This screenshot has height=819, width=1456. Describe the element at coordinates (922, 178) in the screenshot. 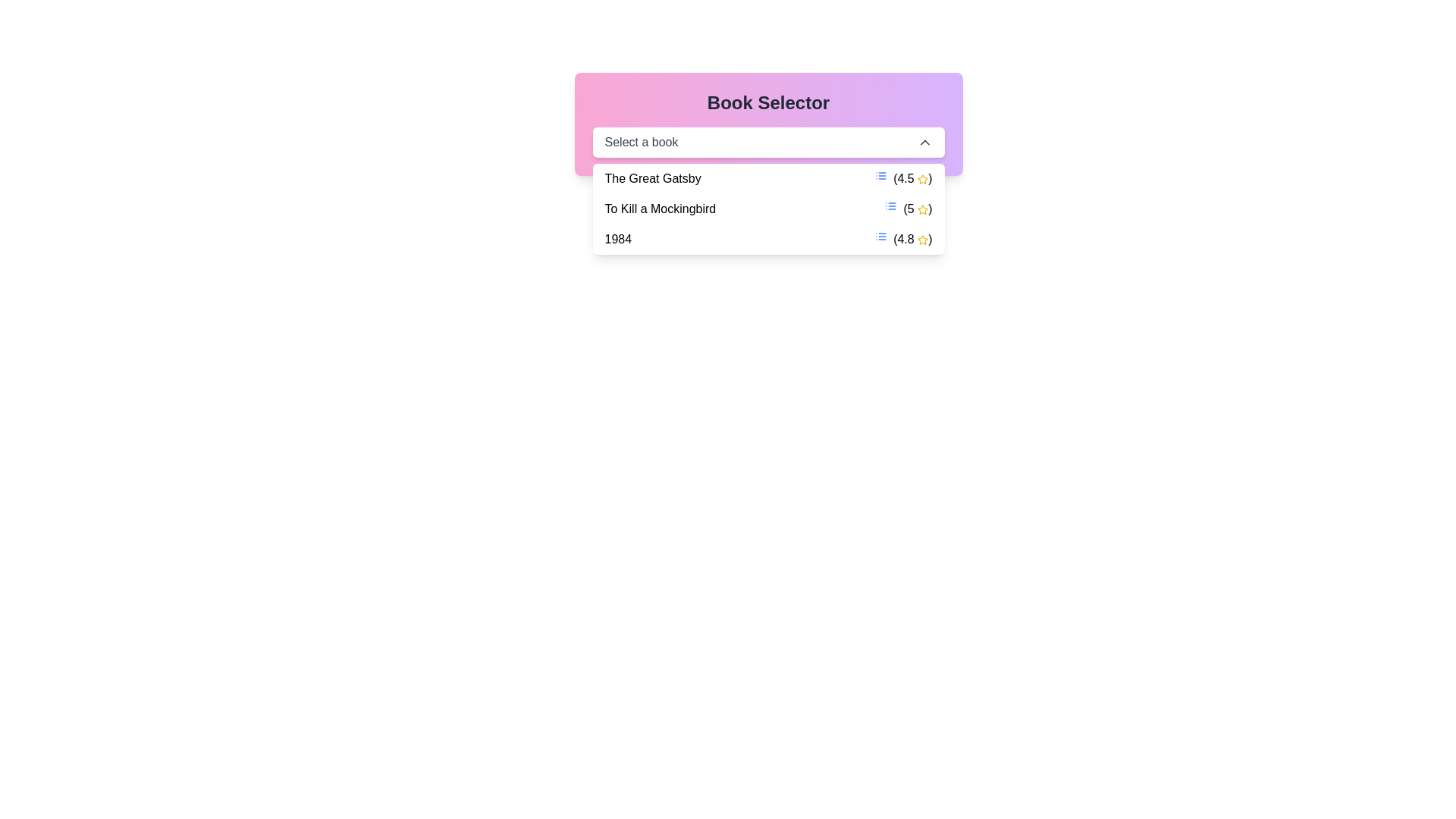

I see `the yellow star icon representing the rating for 'The Great Gatsby' with a numeric rating of '(4.5)', located to the right side of the book title` at that location.